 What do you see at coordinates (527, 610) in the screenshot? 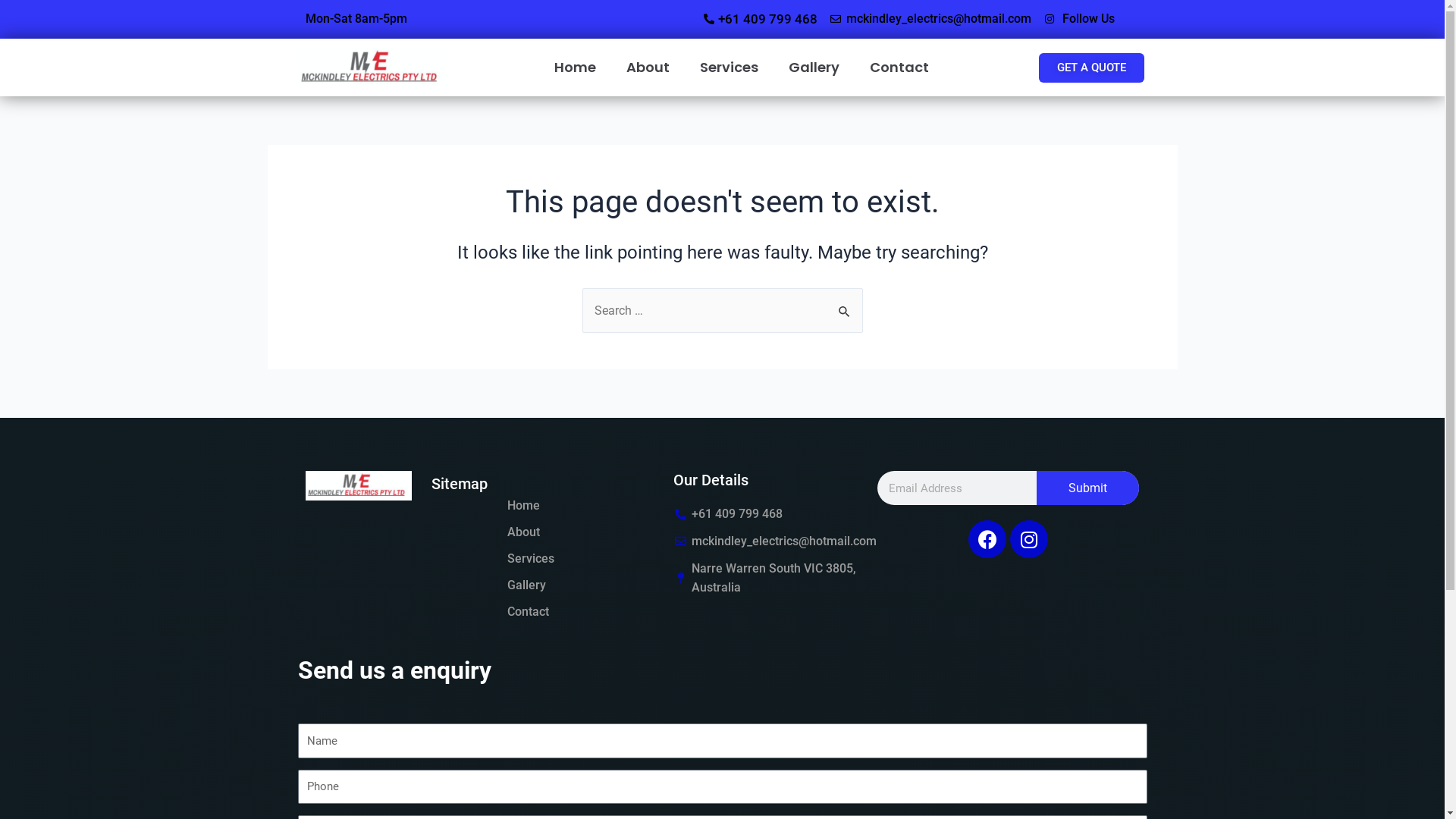
I see `'Contact'` at bounding box center [527, 610].